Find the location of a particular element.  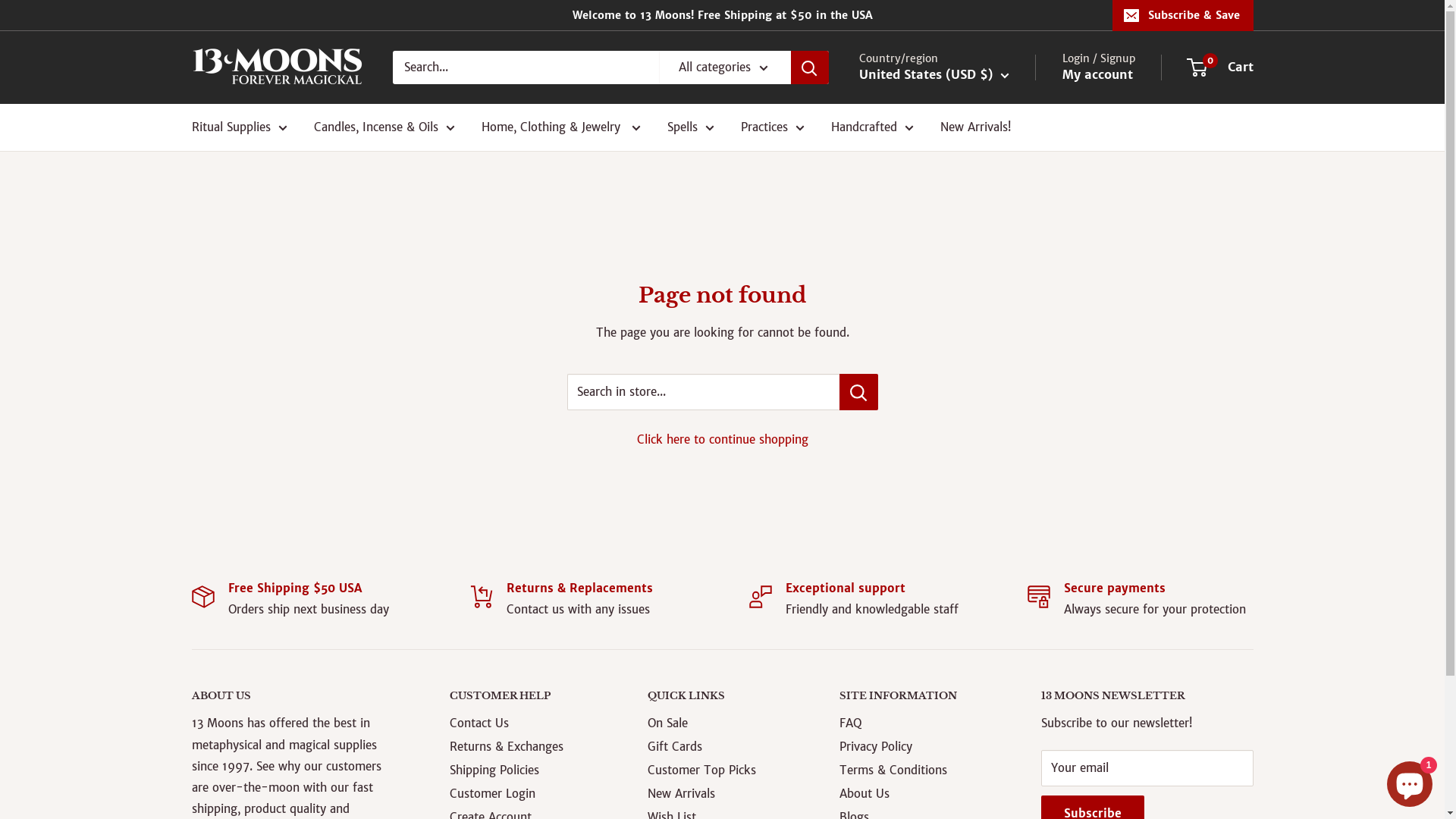

'Shopify online store chat' is located at coordinates (1408, 780).